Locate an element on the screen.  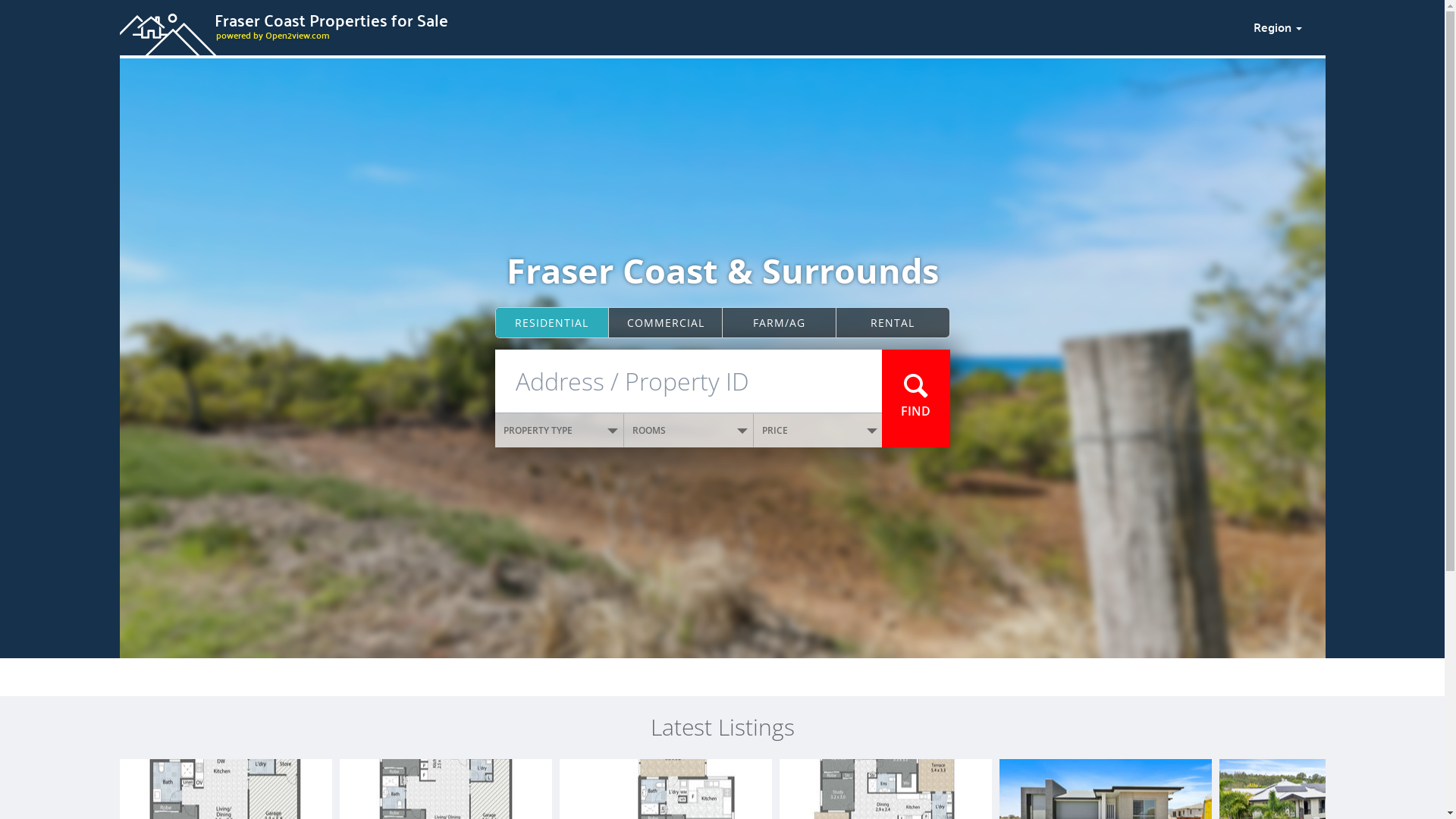
'ROOMS' is located at coordinates (688, 430).